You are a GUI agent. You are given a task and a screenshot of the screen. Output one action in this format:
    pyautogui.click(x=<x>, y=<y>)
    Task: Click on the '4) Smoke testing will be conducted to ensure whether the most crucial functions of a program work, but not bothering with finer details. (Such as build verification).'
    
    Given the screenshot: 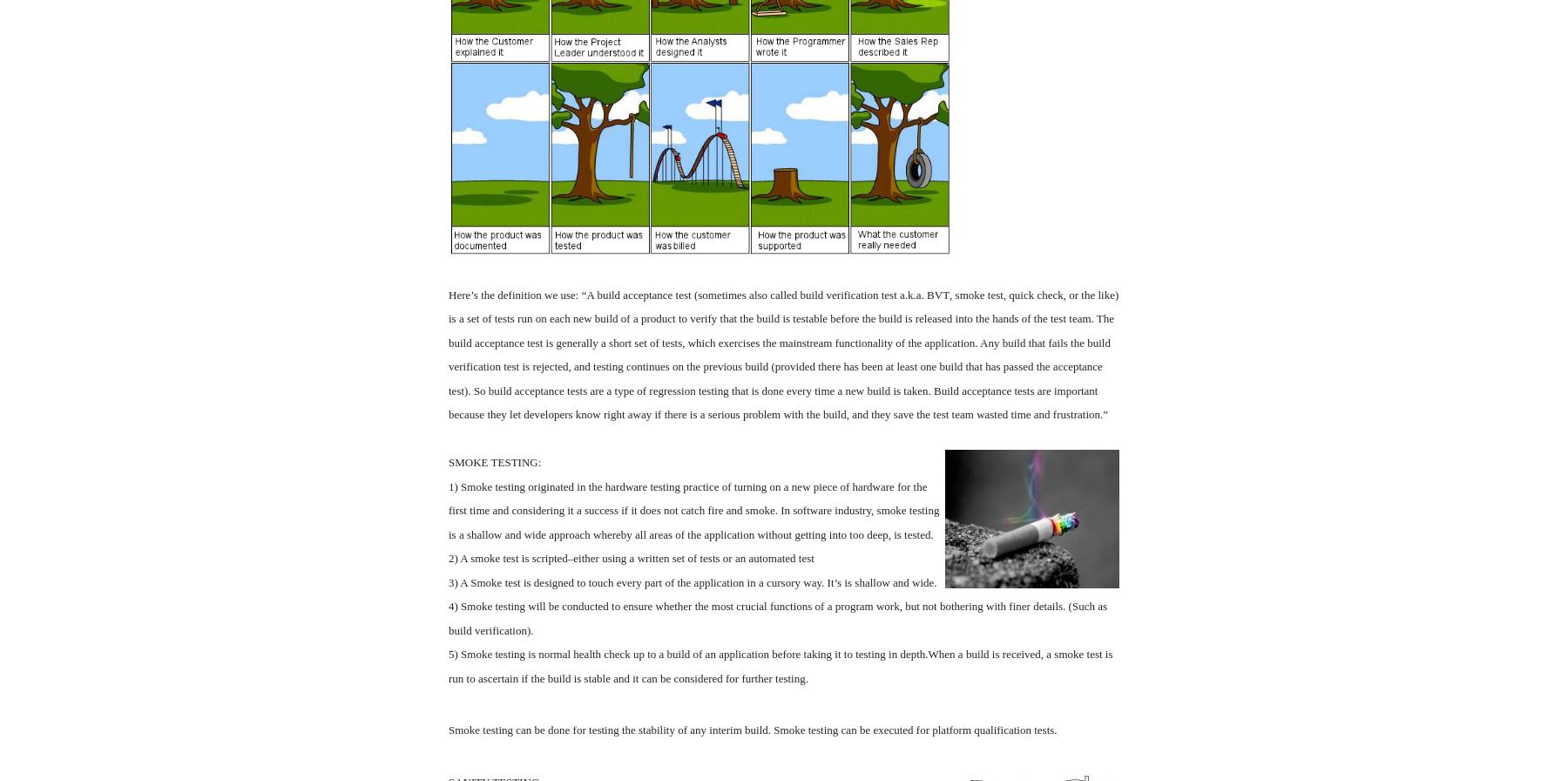 What is the action you would take?
    pyautogui.click(x=777, y=618)
    